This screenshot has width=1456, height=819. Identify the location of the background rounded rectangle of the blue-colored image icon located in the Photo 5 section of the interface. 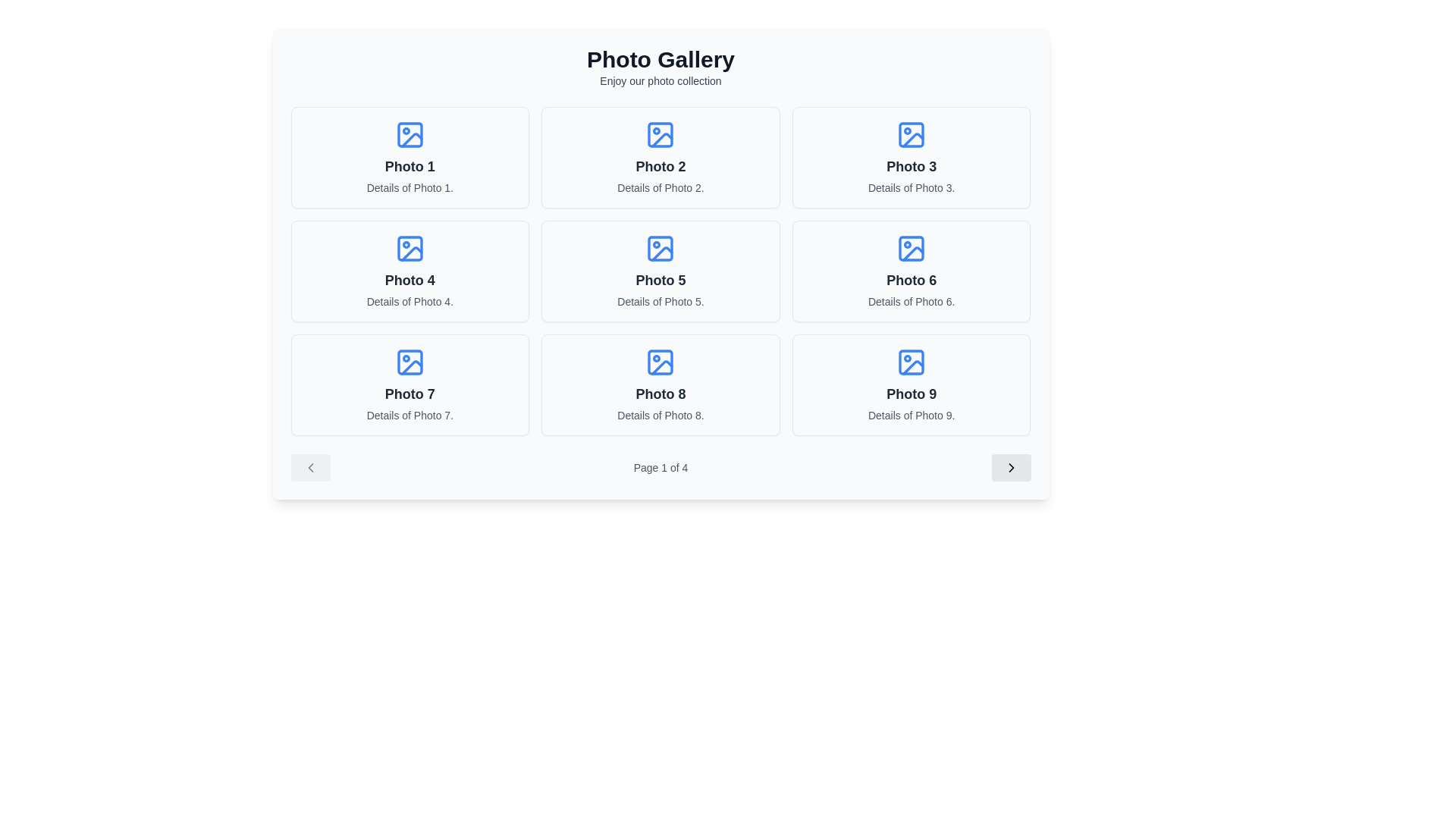
(661, 247).